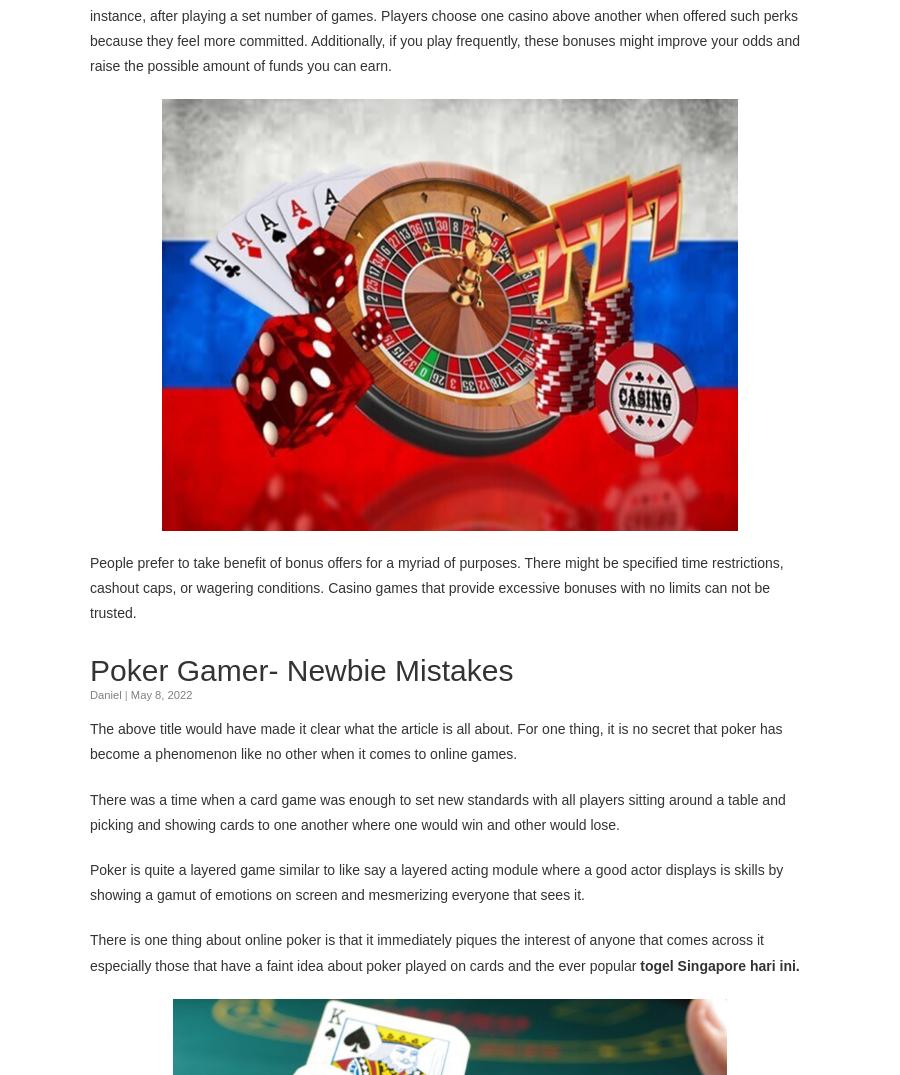 Image resolution: width=900 pixels, height=1075 pixels. Describe the element at coordinates (797, 963) in the screenshot. I see `'.'` at that location.